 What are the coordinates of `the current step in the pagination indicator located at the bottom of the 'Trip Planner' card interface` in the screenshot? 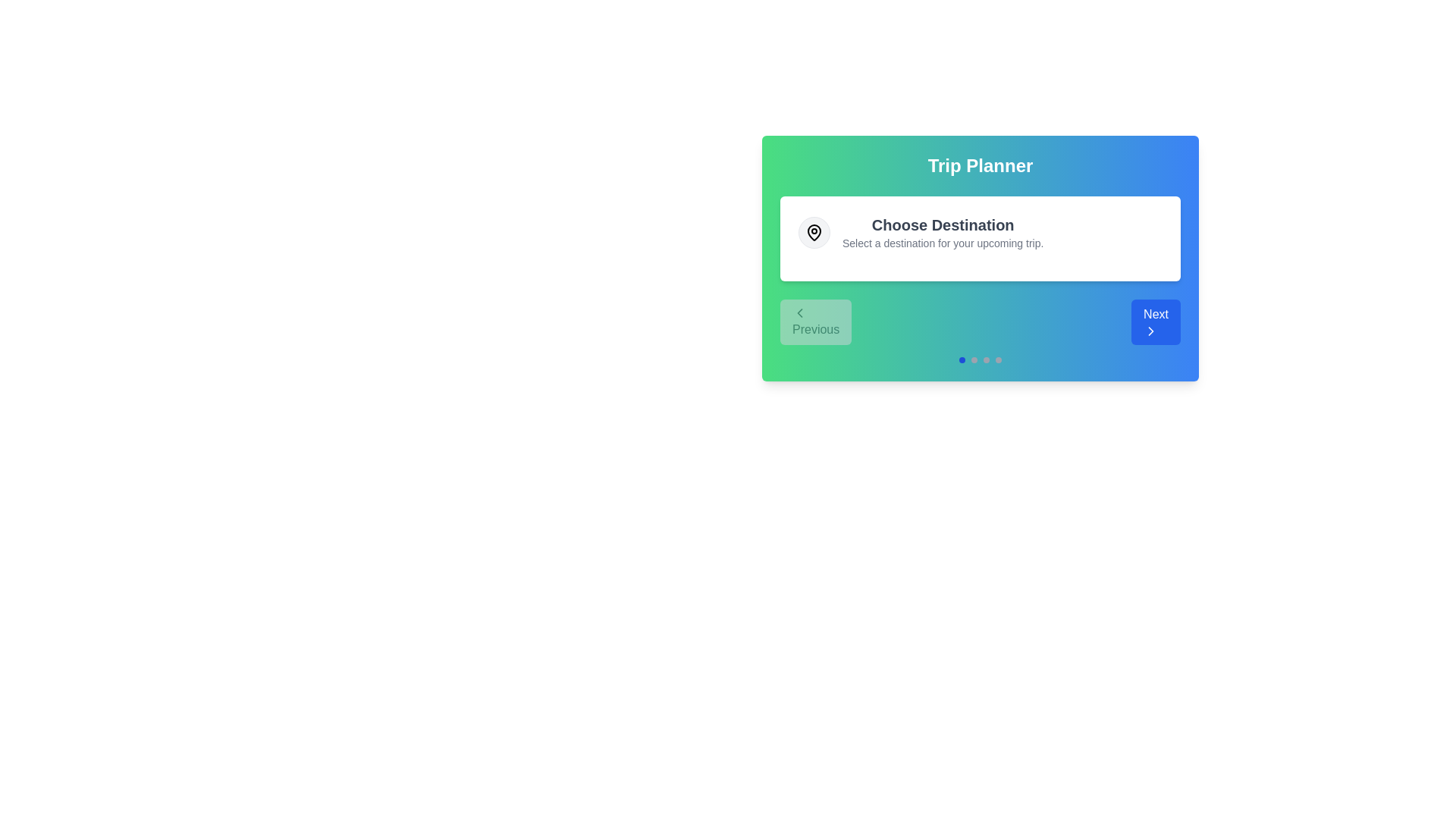 It's located at (980, 359).